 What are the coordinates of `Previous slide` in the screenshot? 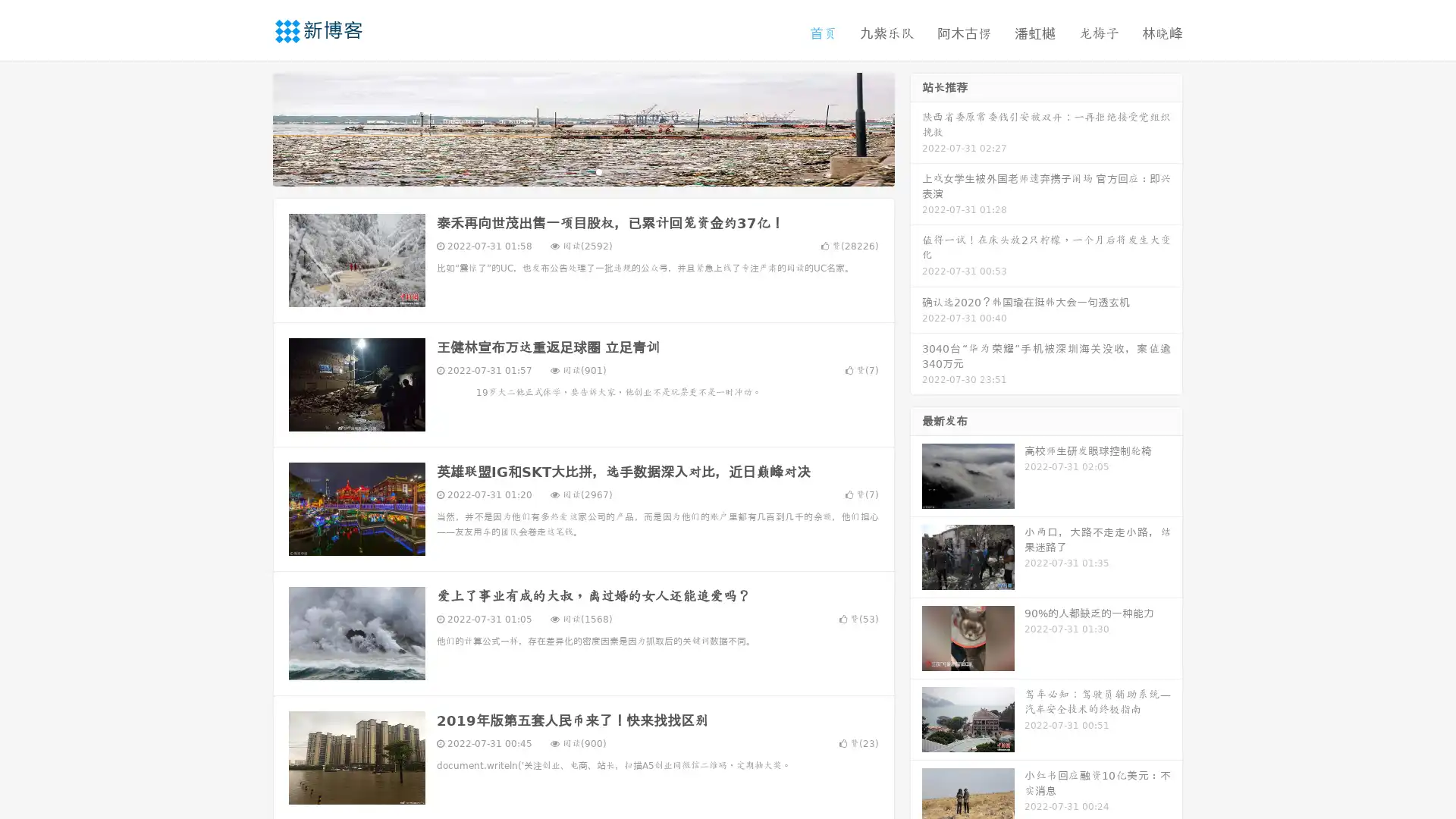 It's located at (250, 127).